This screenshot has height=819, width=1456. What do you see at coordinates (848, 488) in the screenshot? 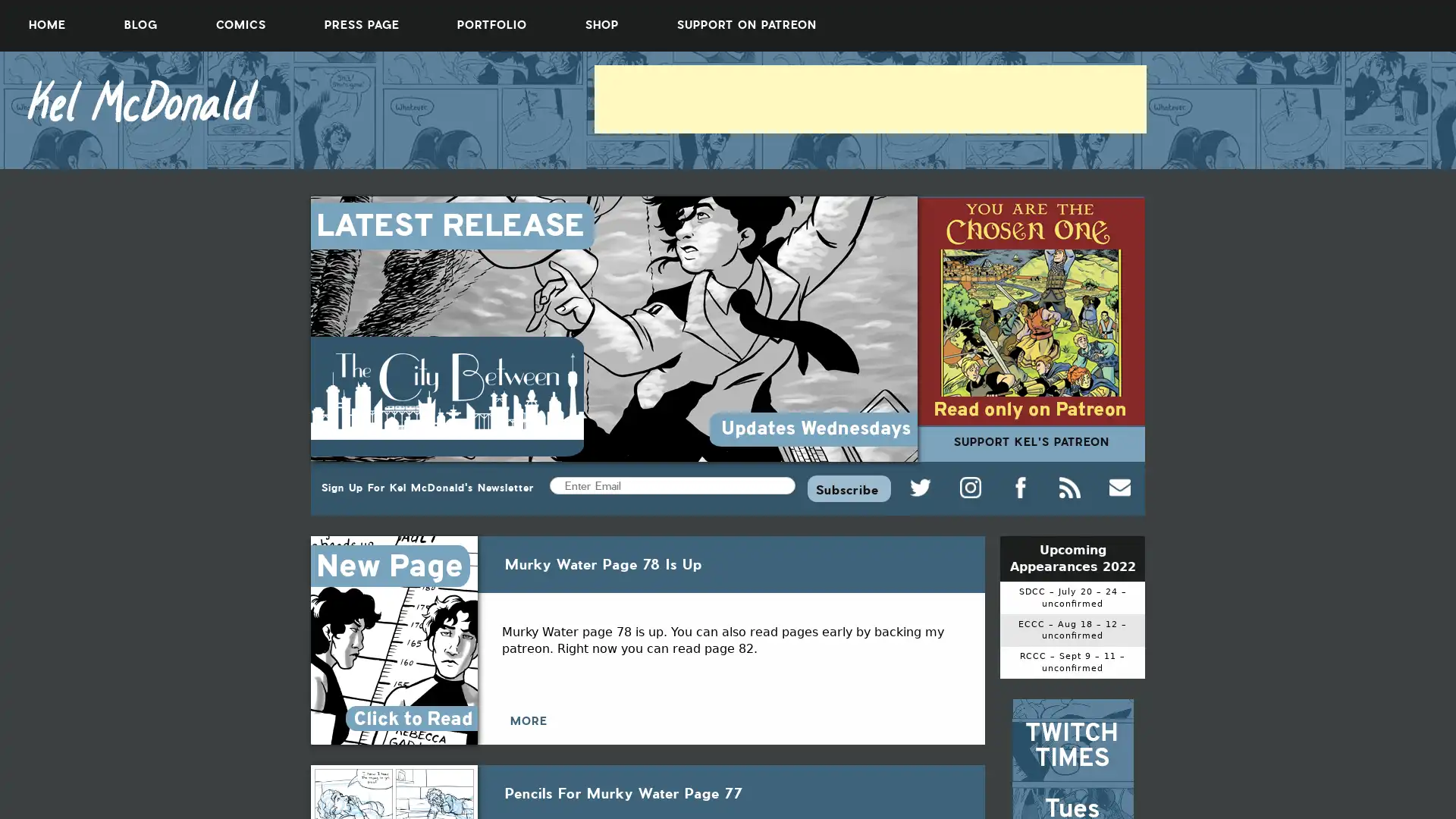
I see `Subscribe` at bounding box center [848, 488].